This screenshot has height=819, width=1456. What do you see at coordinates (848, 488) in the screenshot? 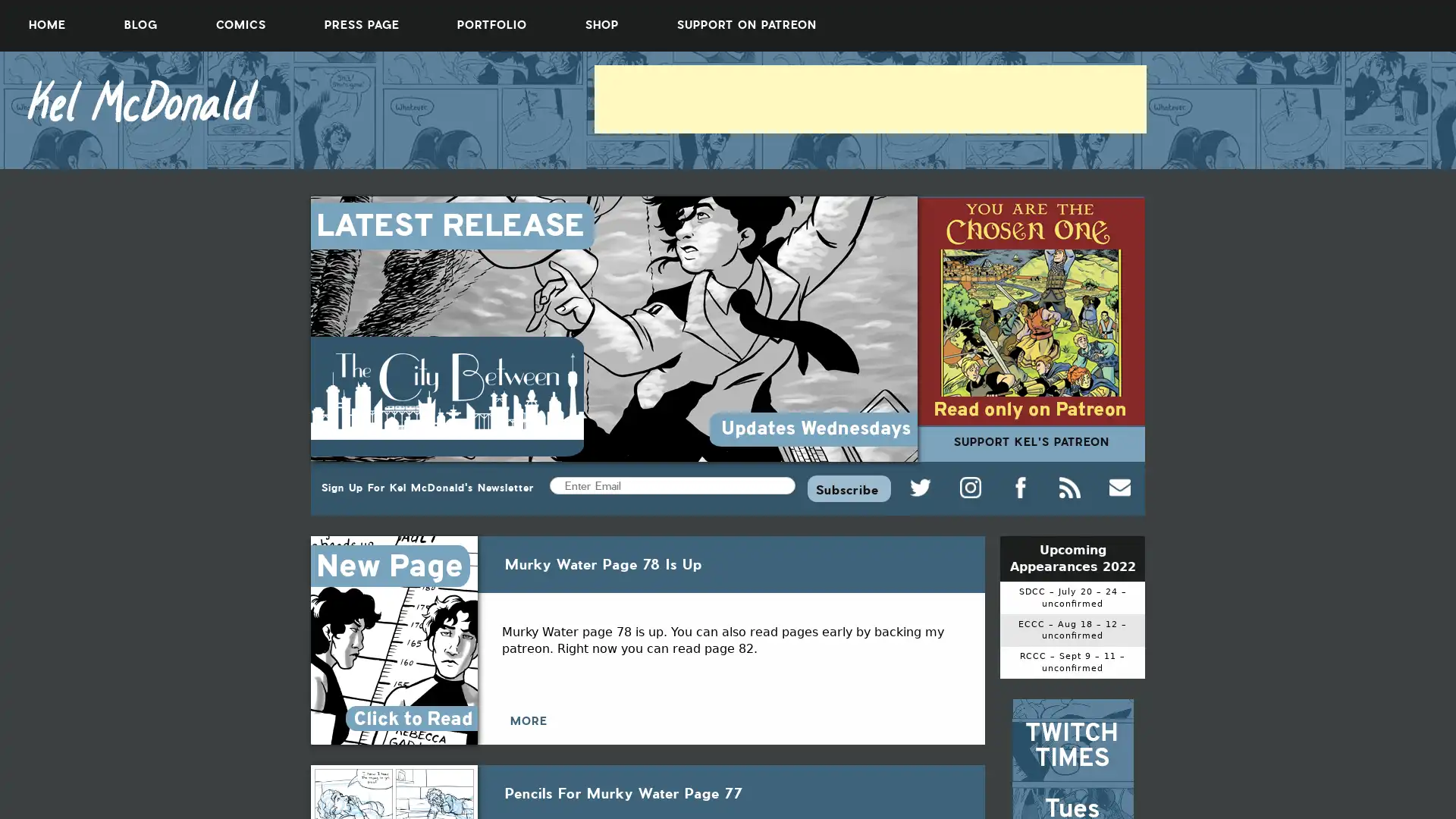
I see `Subscribe` at bounding box center [848, 488].